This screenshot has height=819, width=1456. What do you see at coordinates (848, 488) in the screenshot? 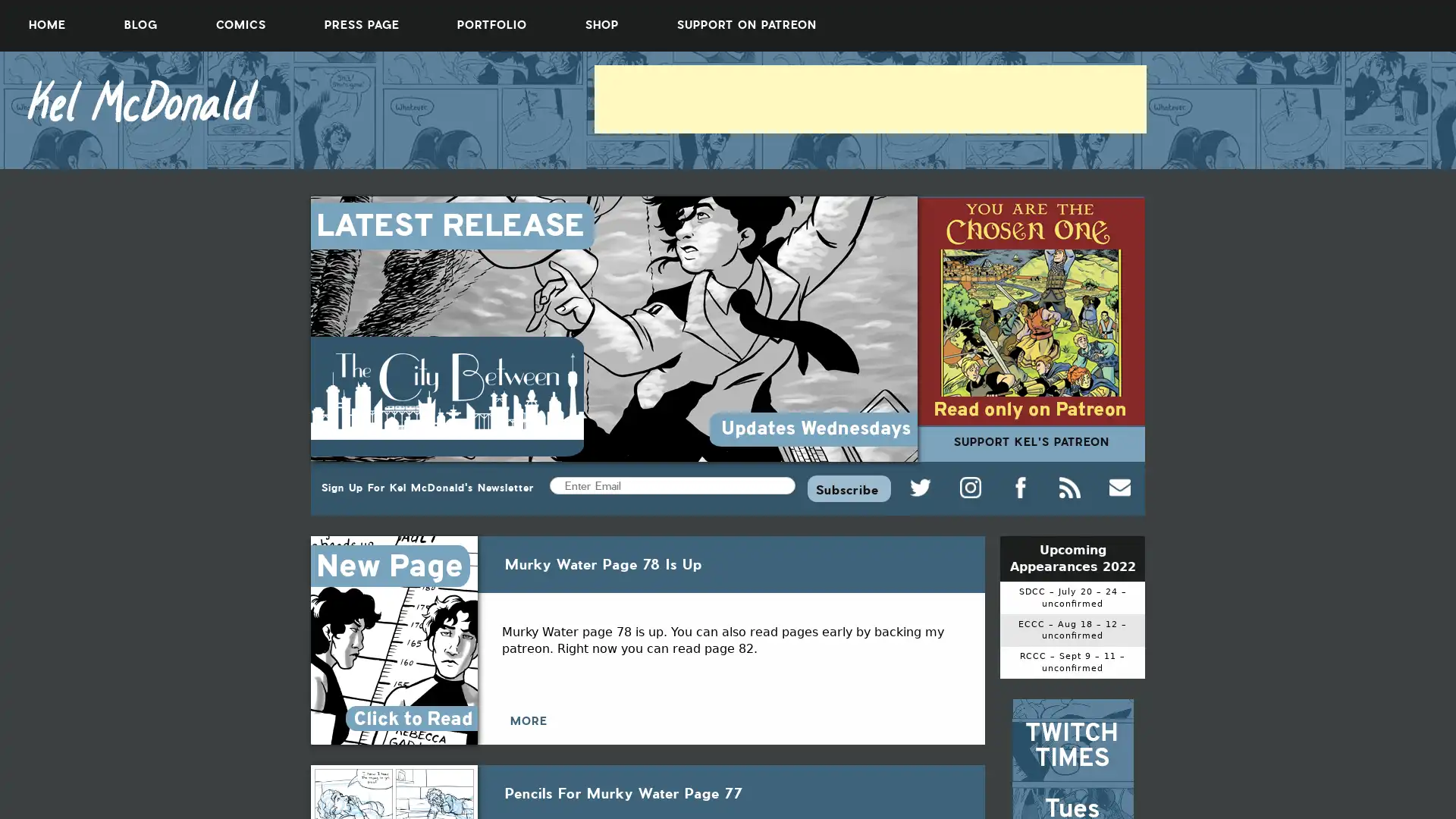
I see `Subscribe` at bounding box center [848, 488].